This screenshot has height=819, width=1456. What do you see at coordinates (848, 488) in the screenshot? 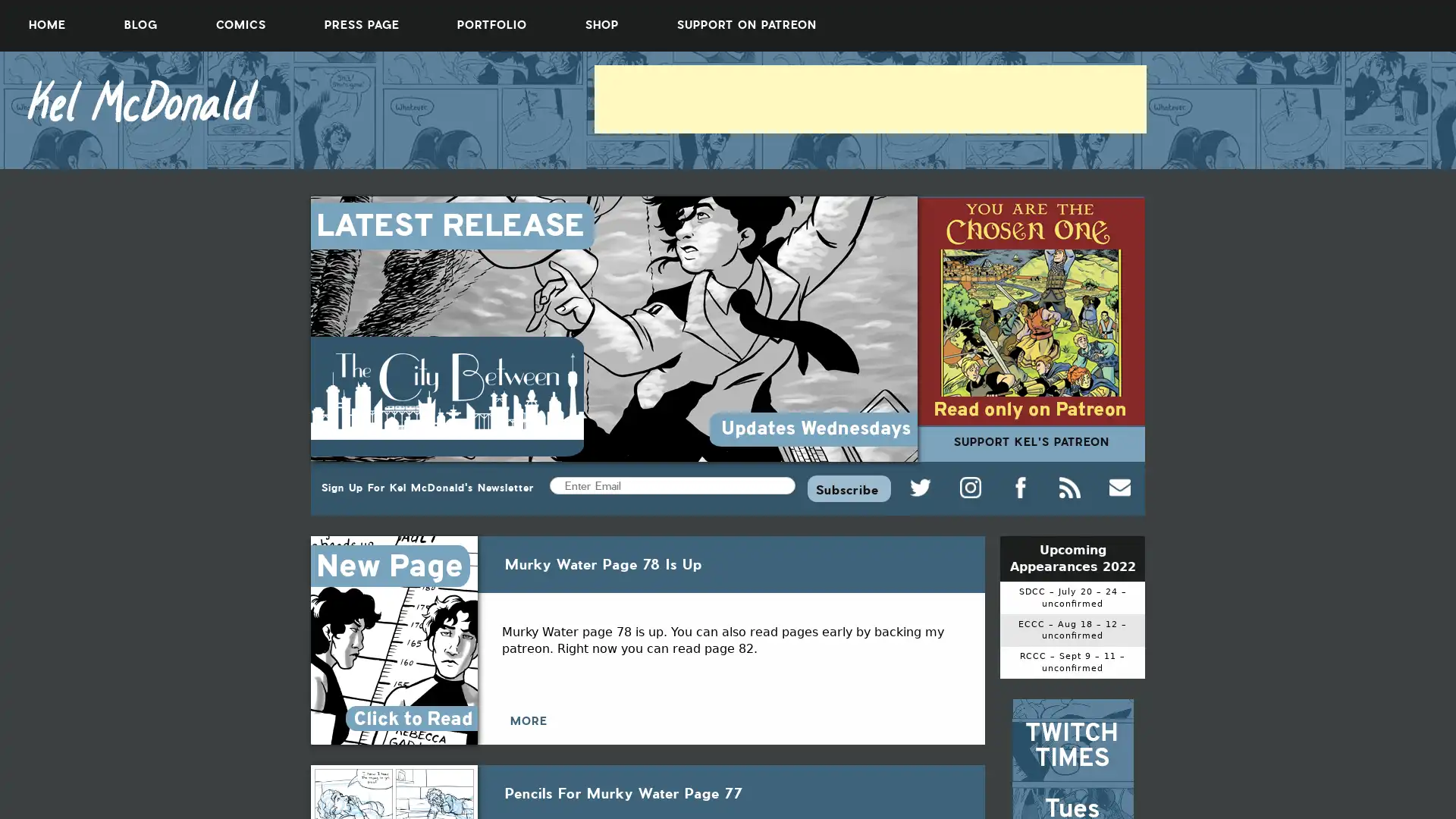
I see `Subscribe` at bounding box center [848, 488].